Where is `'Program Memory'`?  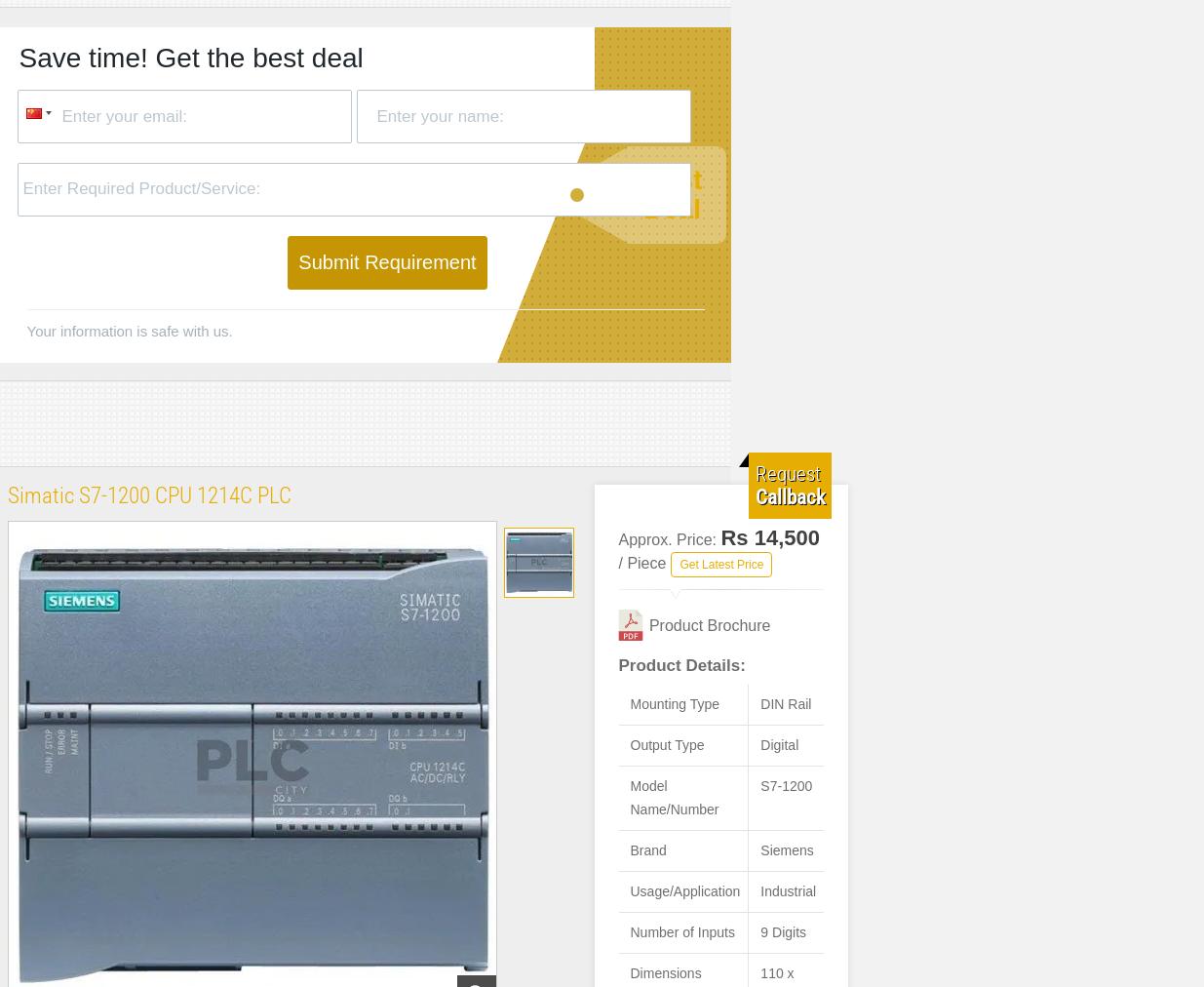
'Program Memory' is located at coordinates (681, 315).